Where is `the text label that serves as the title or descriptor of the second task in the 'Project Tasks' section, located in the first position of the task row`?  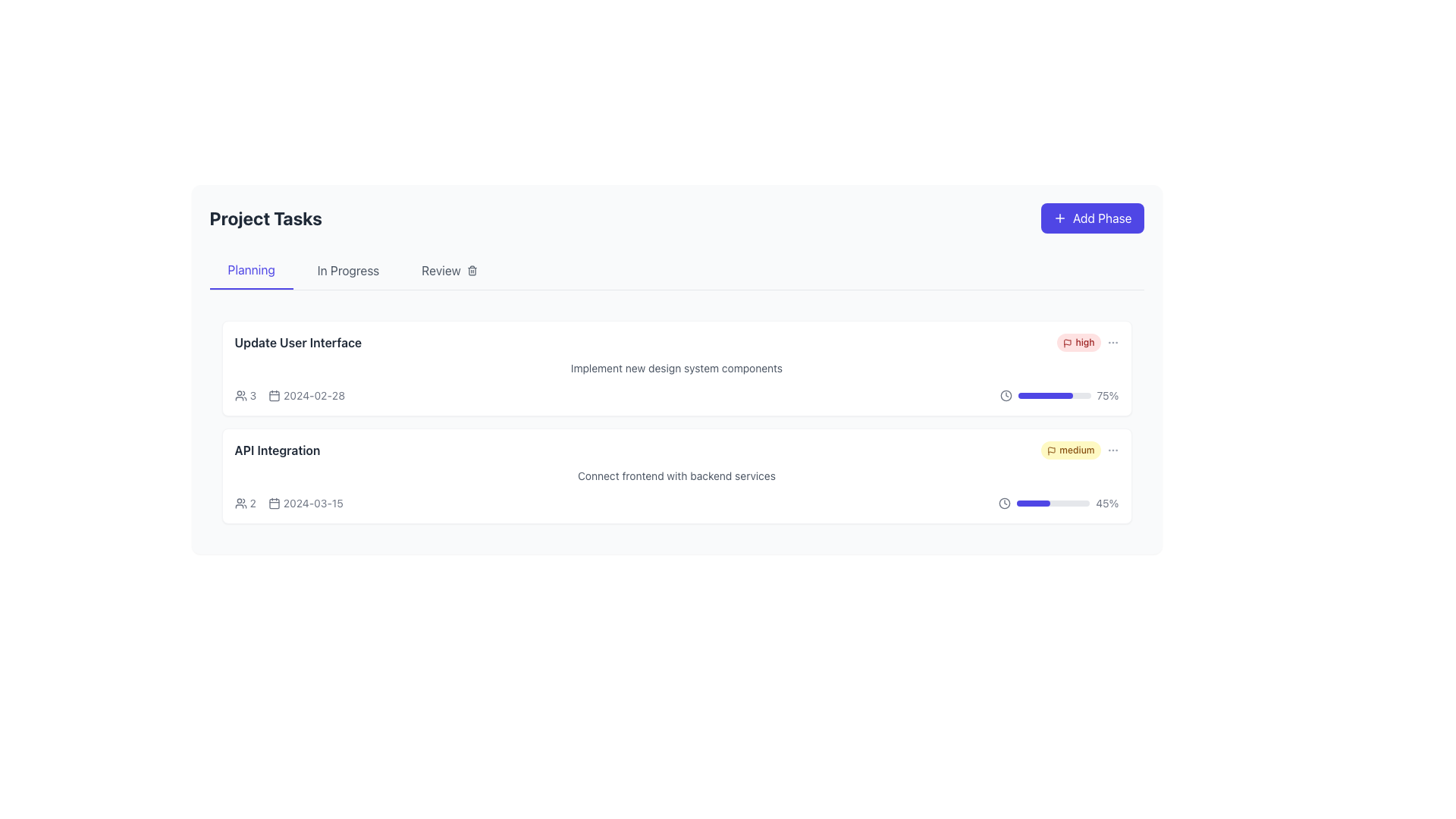 the text label that serves as the title or descriptor of the second task in the 'Project Tasks' section, located in the first position of the task row is located at coordinates (277, 450).